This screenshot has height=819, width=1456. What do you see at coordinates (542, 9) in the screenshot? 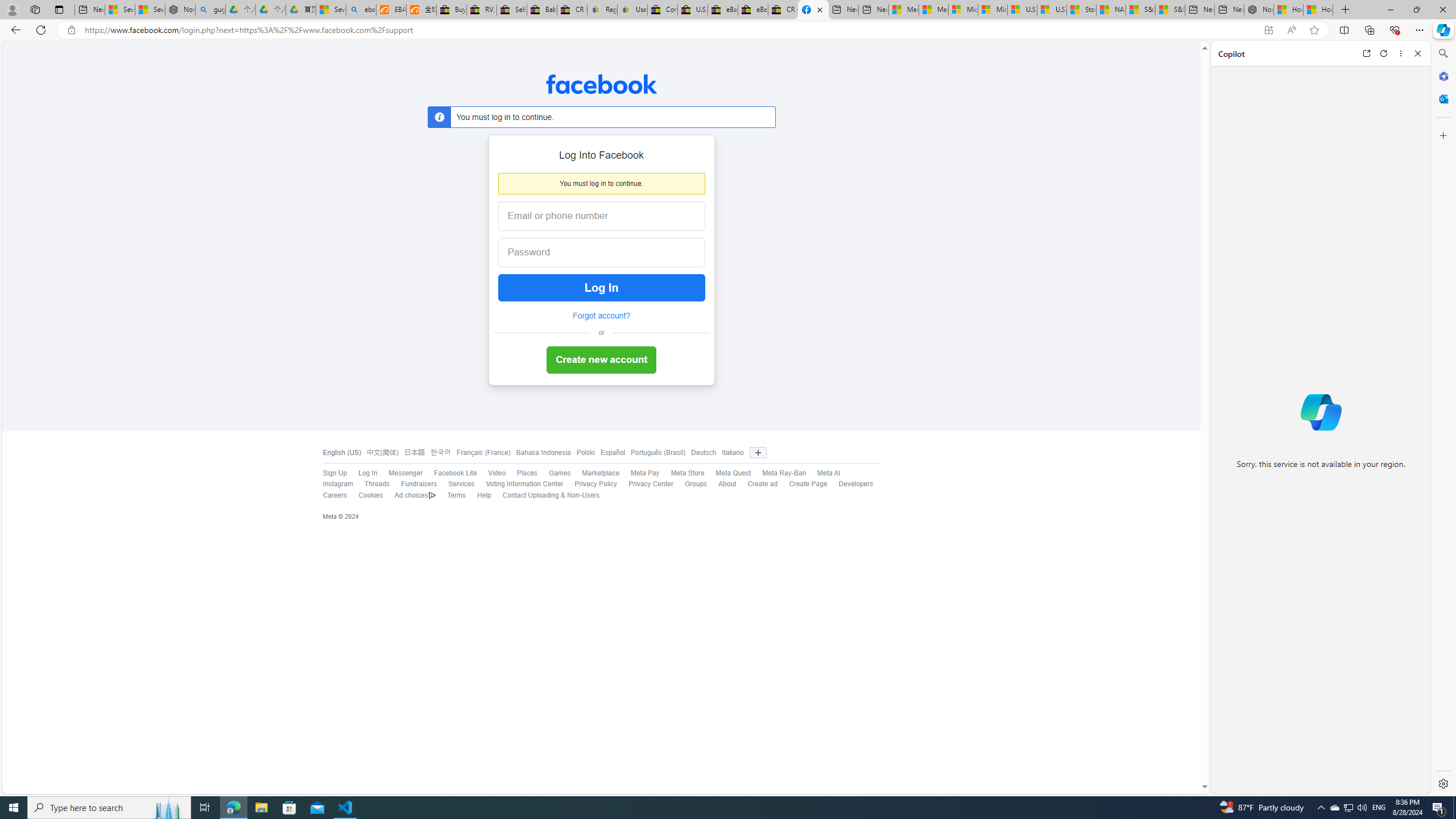
I see `'Baby Keepsakes & Announcements for sale | eBay'` at bounding box center [542, 9].